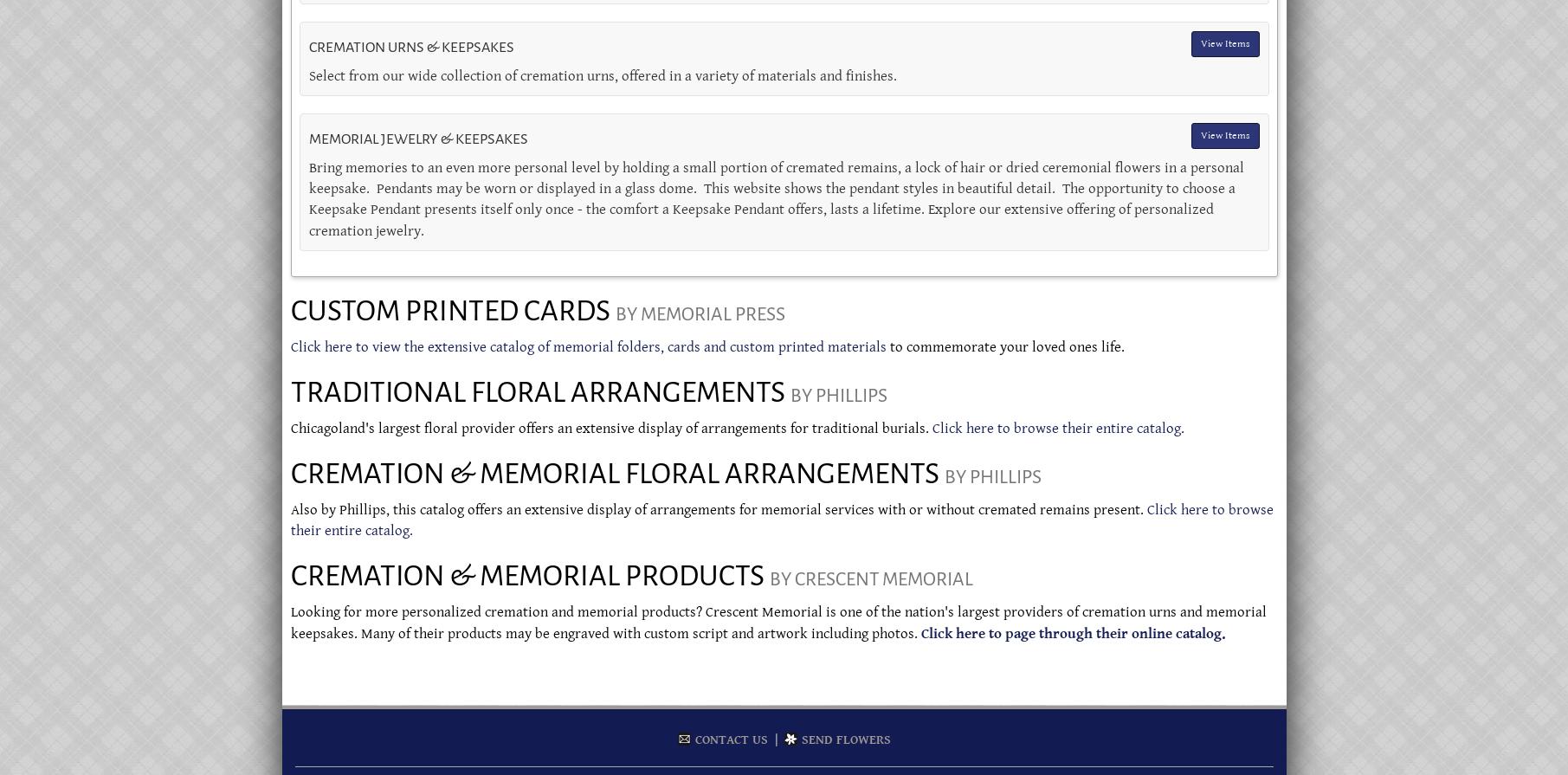 The image size is (1568, 775). What do you see at coordinates (844, 738) in the screenshot?
I see `'Send Flowers'` at bounding box center [844, 738].